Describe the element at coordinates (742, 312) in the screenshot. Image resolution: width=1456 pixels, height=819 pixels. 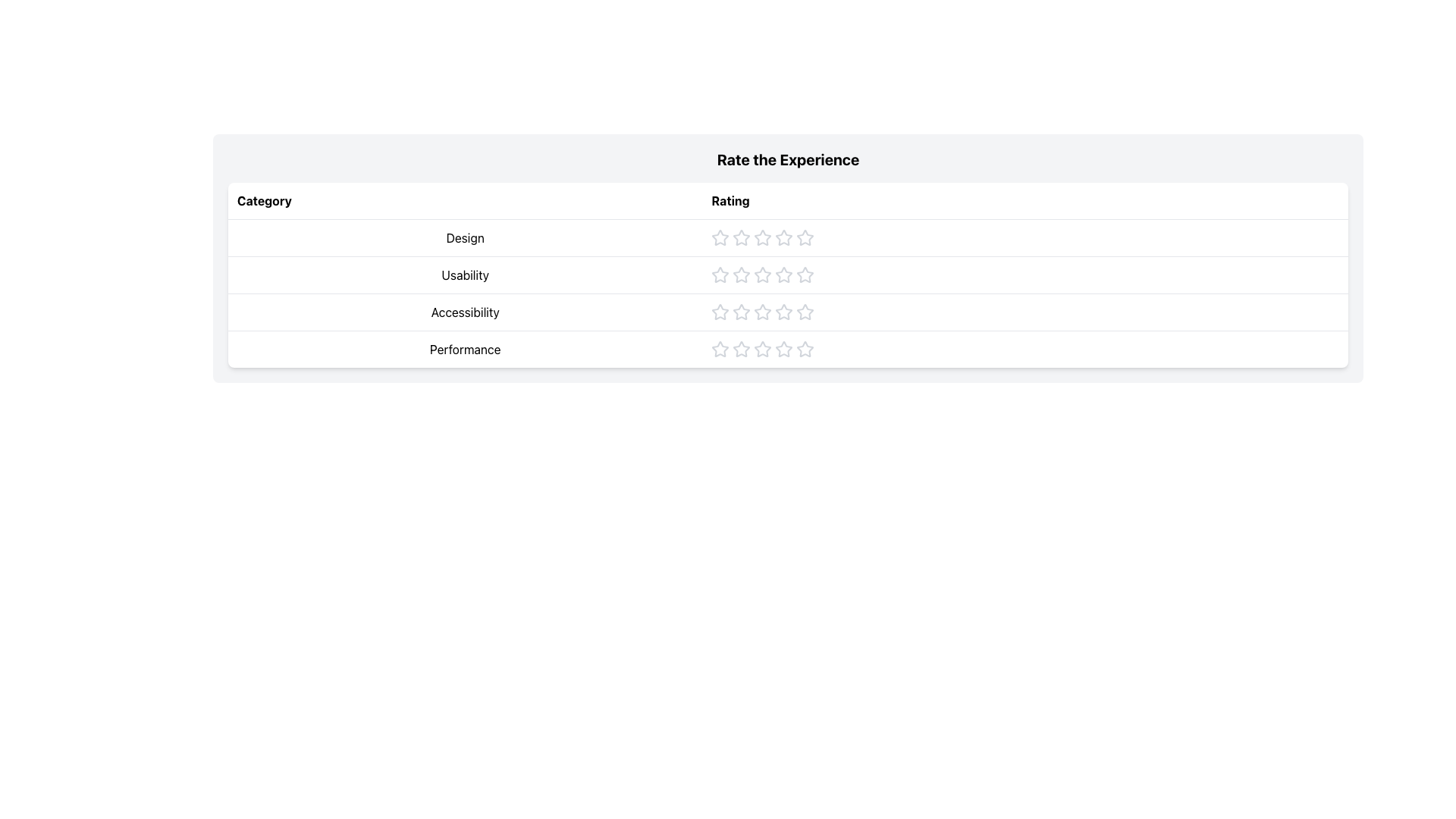
I see `the third star in the 'Accessibility' rating row` at that location.